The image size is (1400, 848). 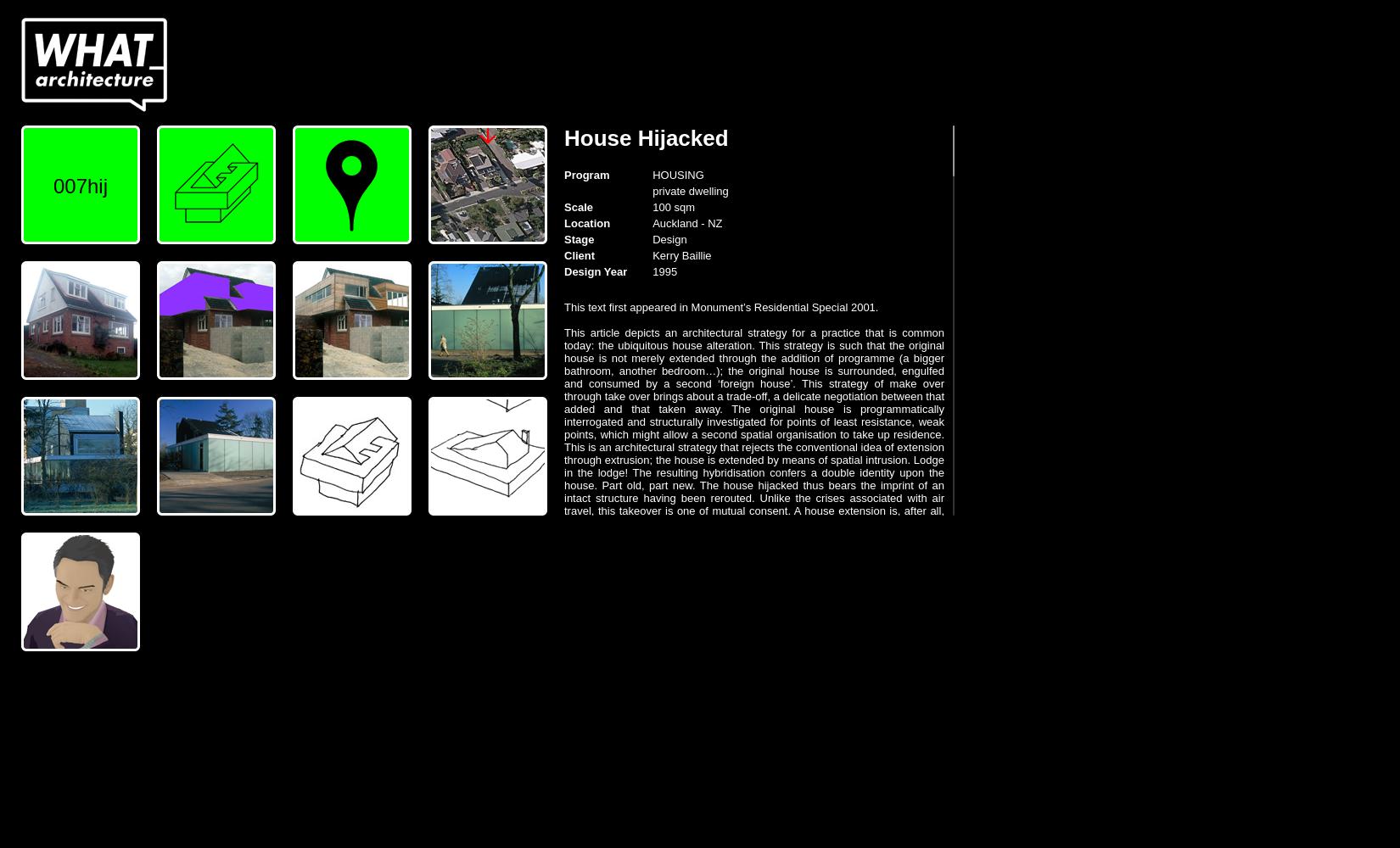 I want to click on 'Design', so click(x=669, y=239).